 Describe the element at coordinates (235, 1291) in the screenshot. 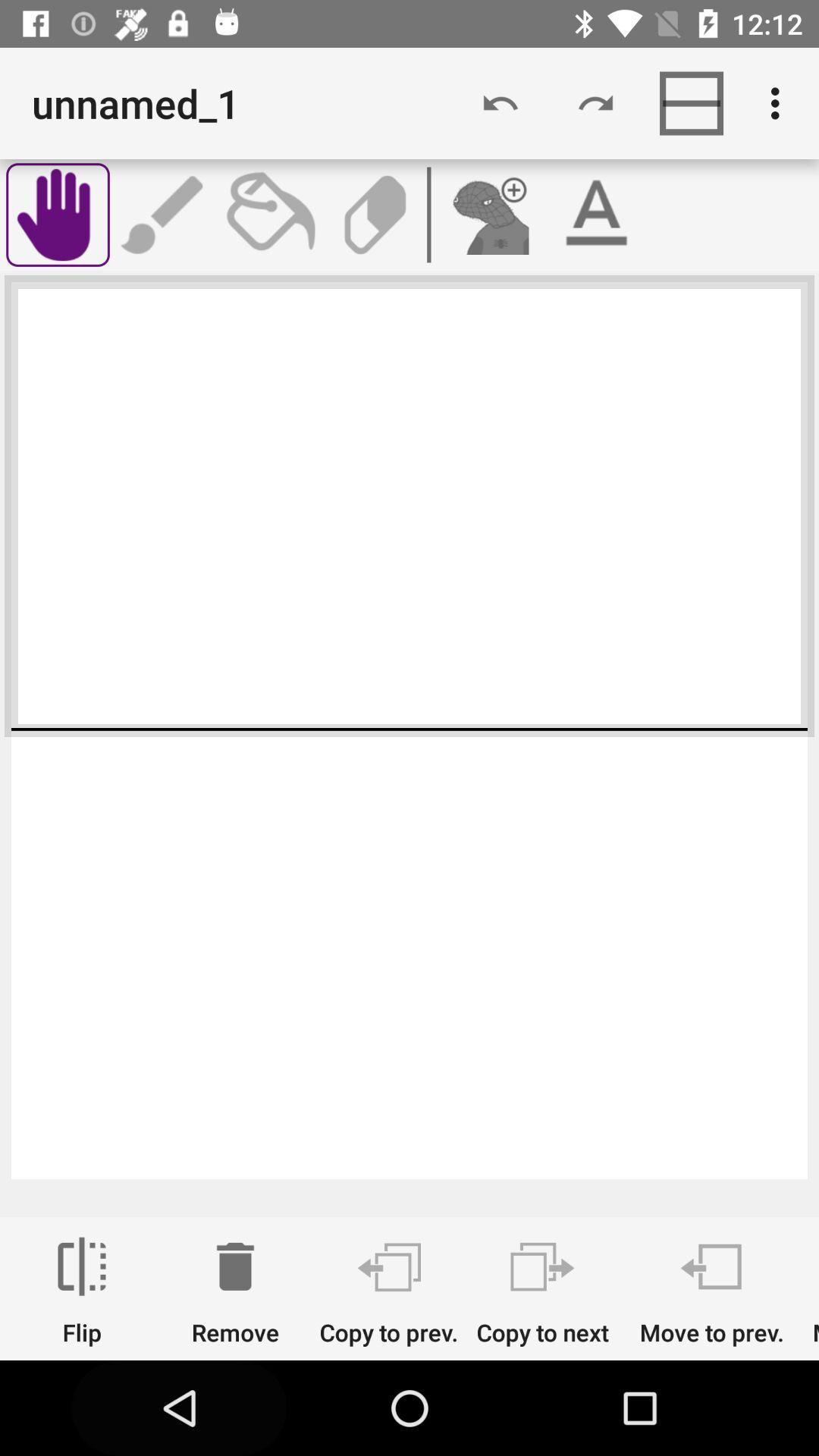

I see `the item to the left of the copy to prev. item` at that location.